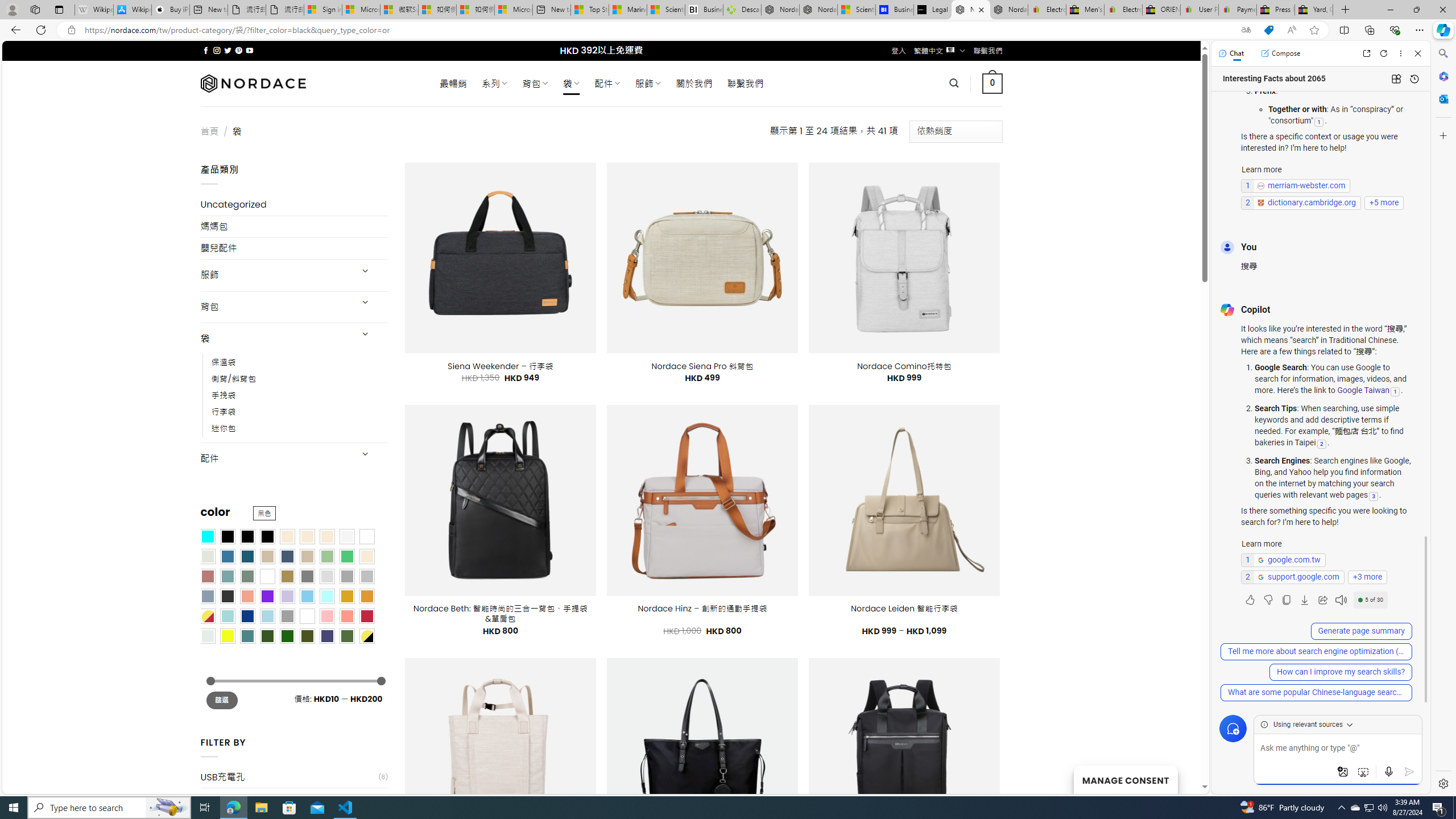 This screenshot has height=819, width=1456. Describe the element at coordinates (742, 9) in the screenshot. I see `'Descarga Driver Updater'` at that location.